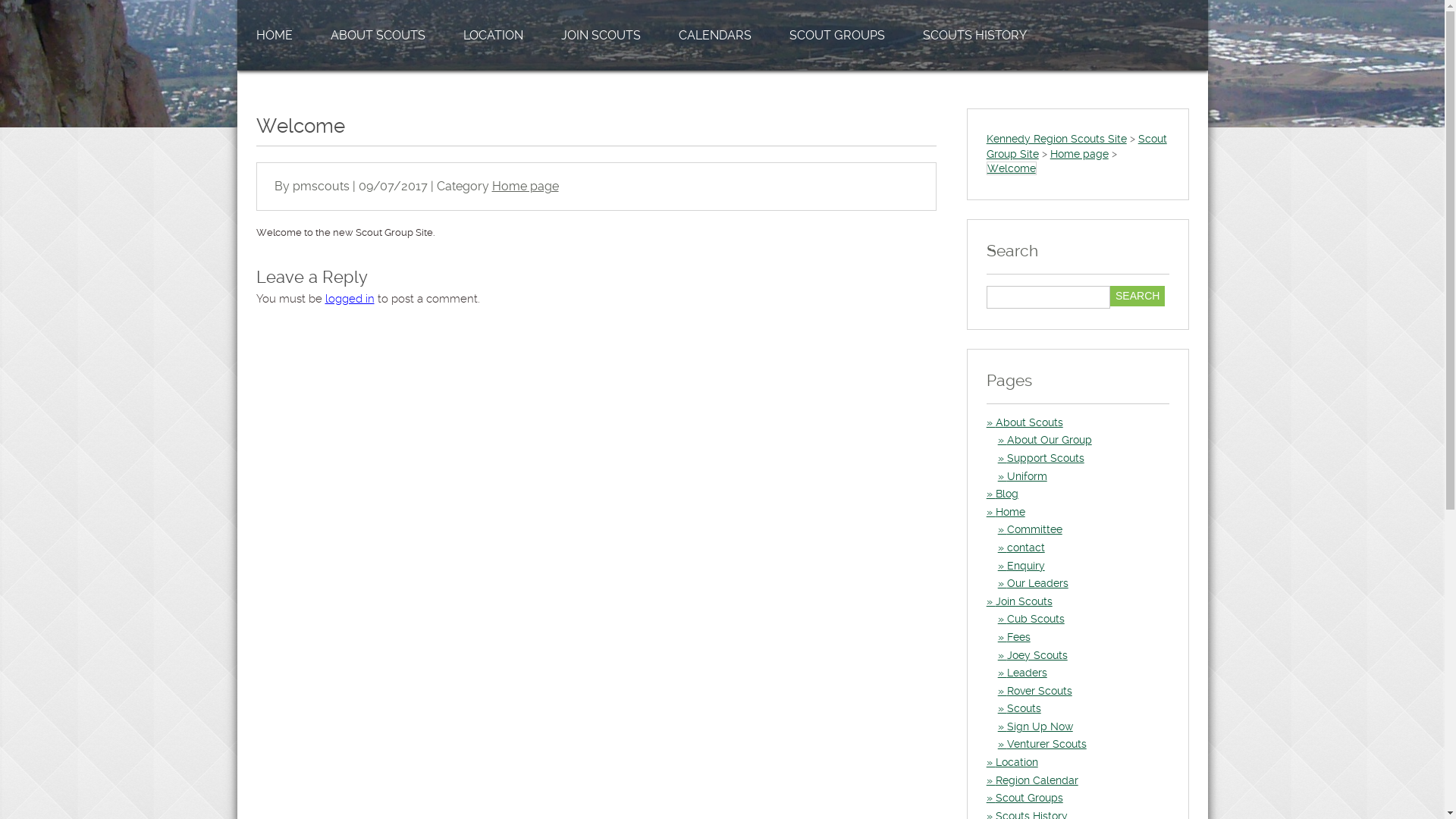 Image resolution: width=1456 pixels, height=819 pixels. I want to click on 'Search', so click(1110, 296).